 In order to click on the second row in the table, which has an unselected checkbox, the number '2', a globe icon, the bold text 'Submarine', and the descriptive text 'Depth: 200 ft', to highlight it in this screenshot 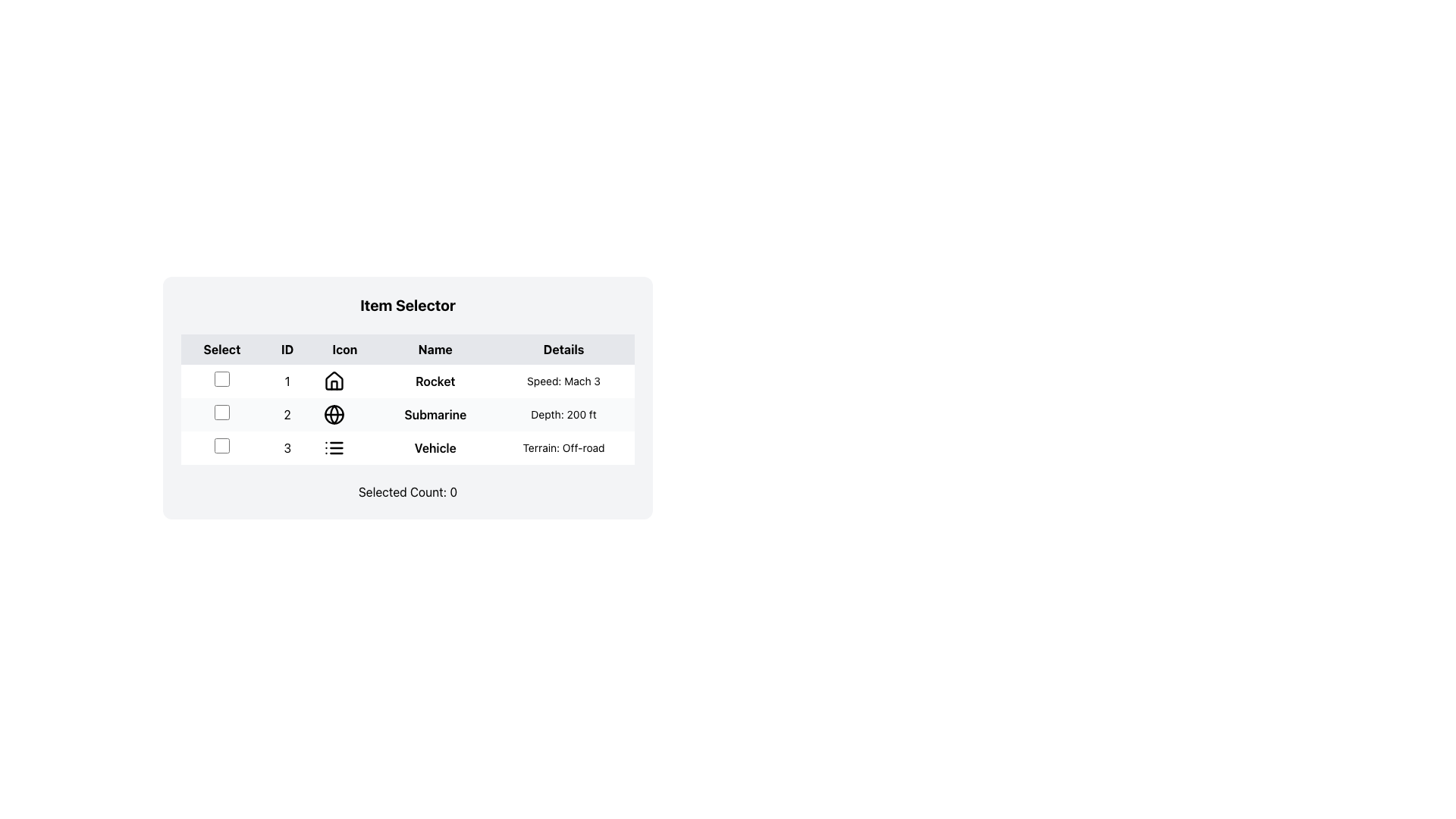, I will do `click(407, 415)`.